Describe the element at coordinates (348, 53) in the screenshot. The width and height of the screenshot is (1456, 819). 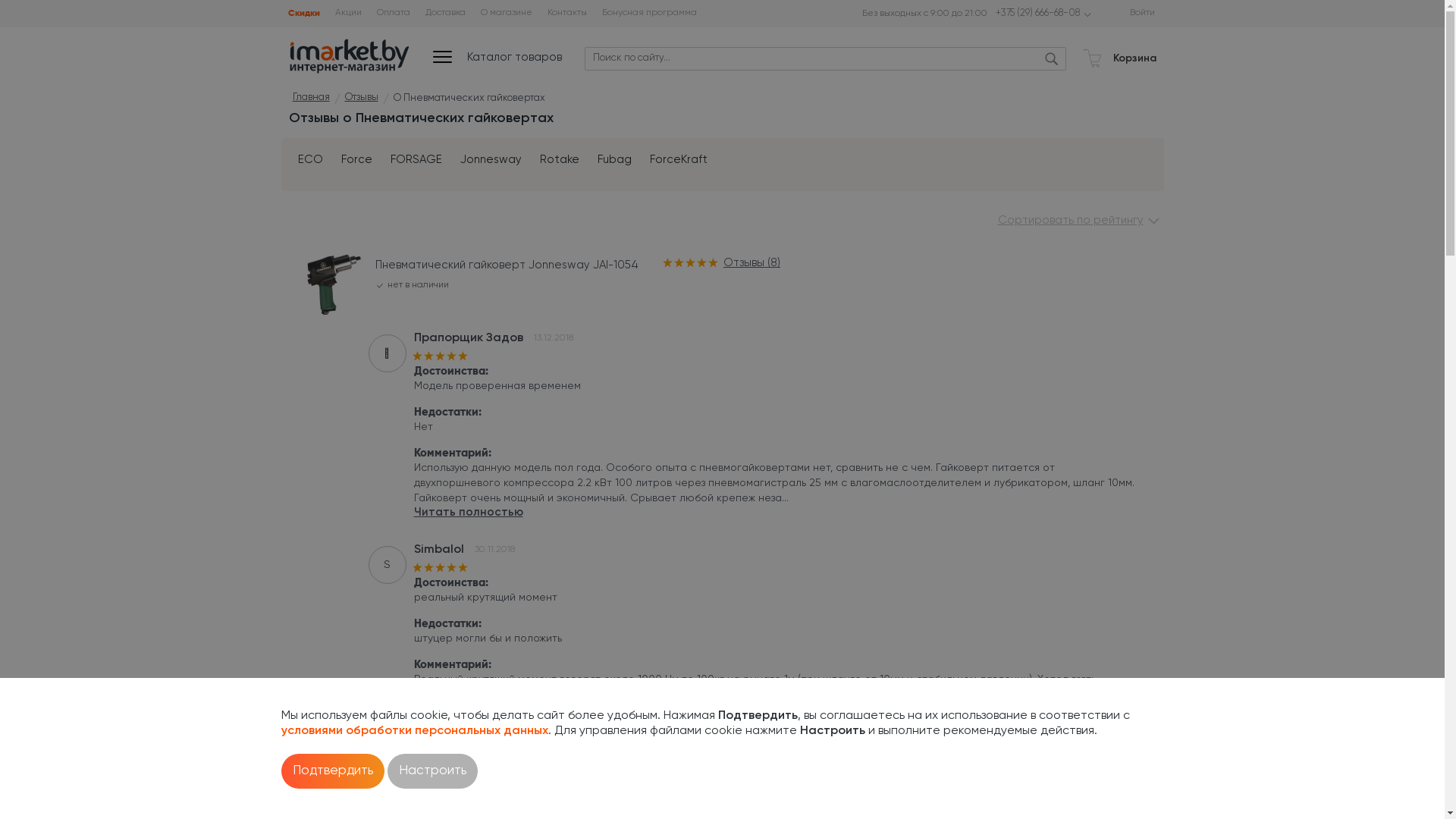
I see `'Imarket.by'` at that location.